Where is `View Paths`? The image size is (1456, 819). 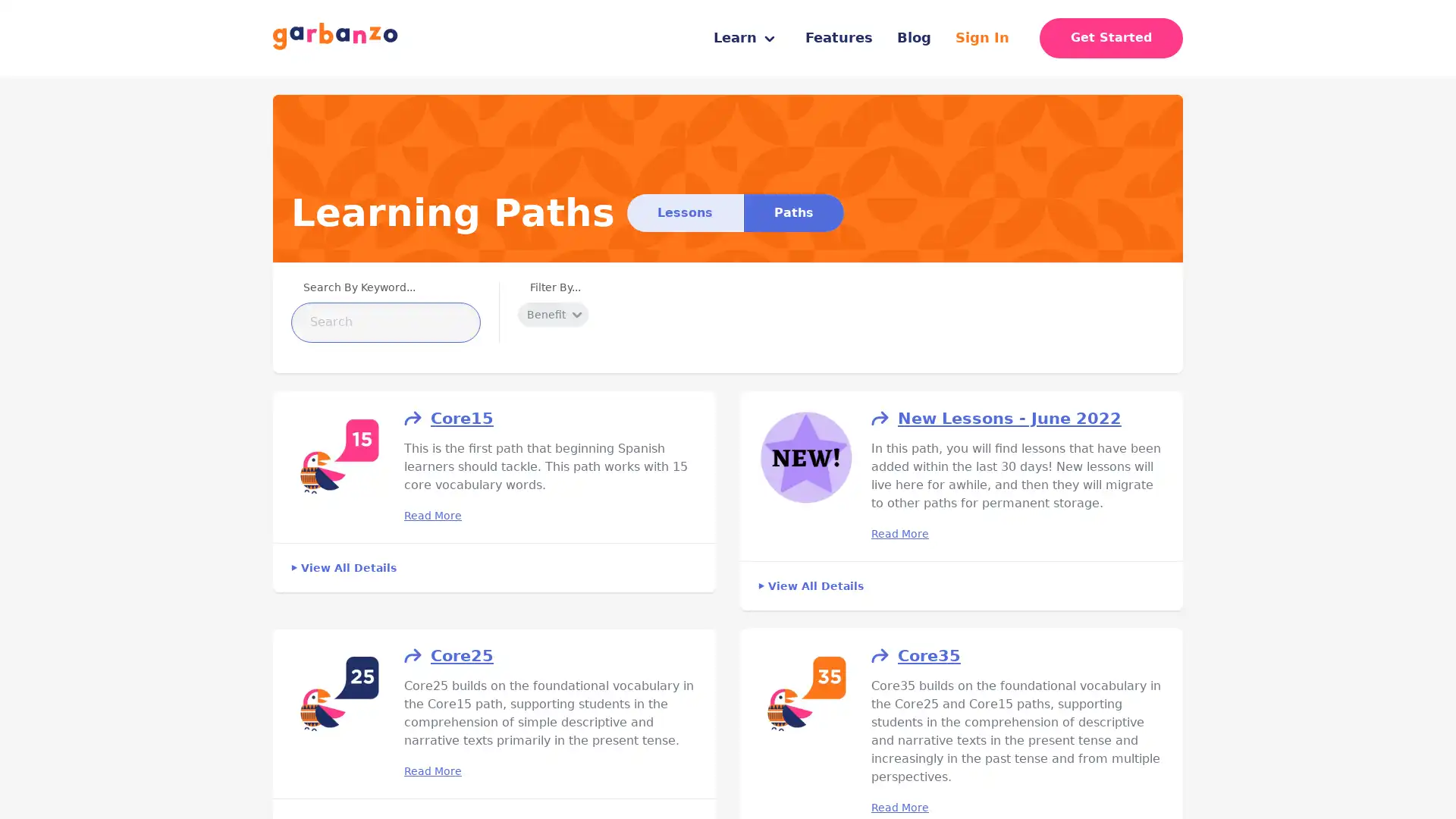
View Paths is located at coordinates (792, 212).